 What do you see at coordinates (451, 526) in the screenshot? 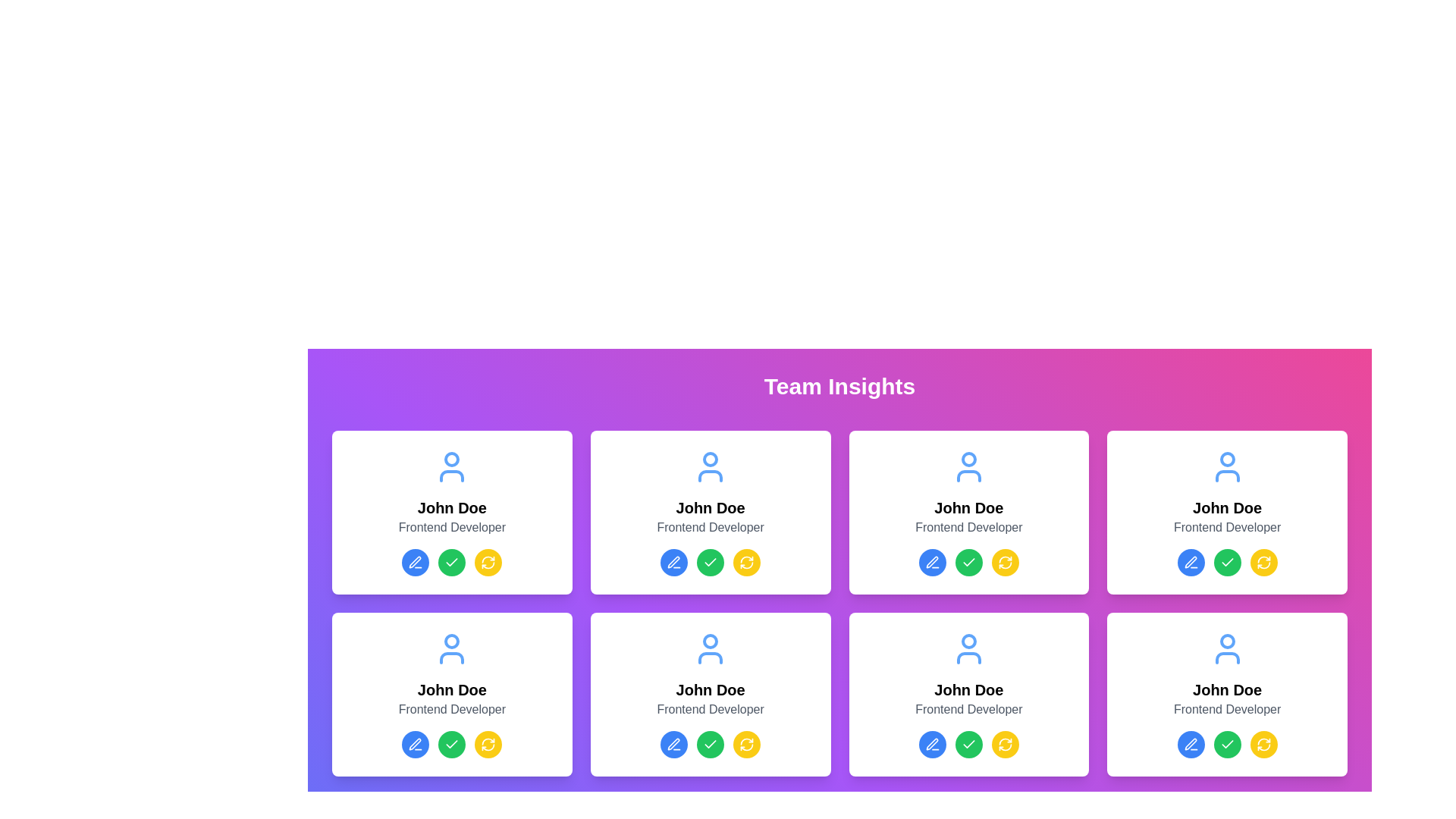
I see `the static text label indicating the role or title of the individual 'John Doe', located in the card layout beneath the bolded name` at bounding box center [451, 526].